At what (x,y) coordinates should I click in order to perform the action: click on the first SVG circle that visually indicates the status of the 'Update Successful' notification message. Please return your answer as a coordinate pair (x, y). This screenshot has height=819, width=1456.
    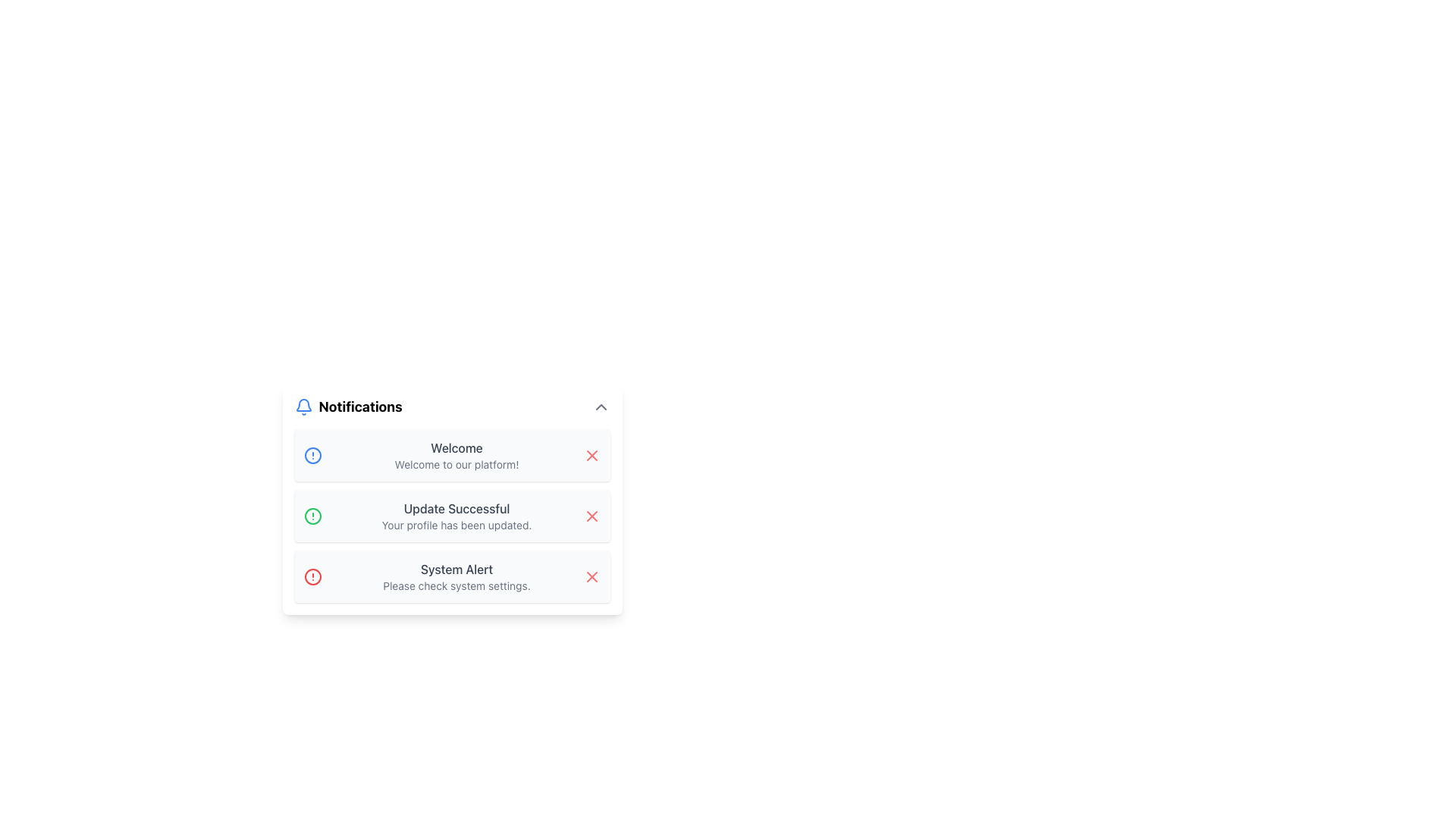
    Looking at the image, I should click on (312, 516).